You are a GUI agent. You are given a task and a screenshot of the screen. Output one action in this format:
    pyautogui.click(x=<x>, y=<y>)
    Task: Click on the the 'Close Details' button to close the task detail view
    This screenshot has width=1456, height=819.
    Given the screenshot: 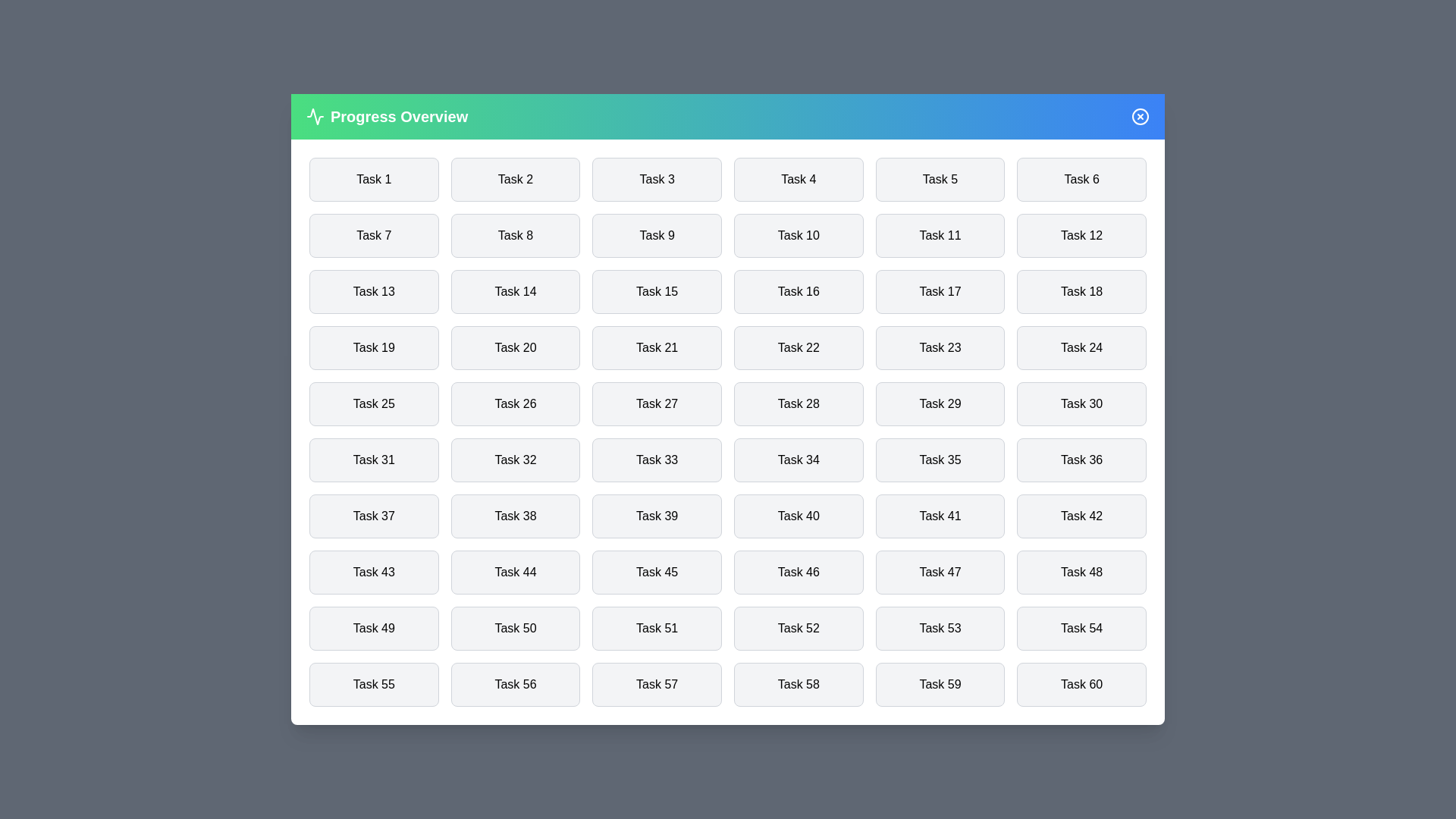 What is the action you would take?
    pyautogui.click(x=1140, y=116)
    